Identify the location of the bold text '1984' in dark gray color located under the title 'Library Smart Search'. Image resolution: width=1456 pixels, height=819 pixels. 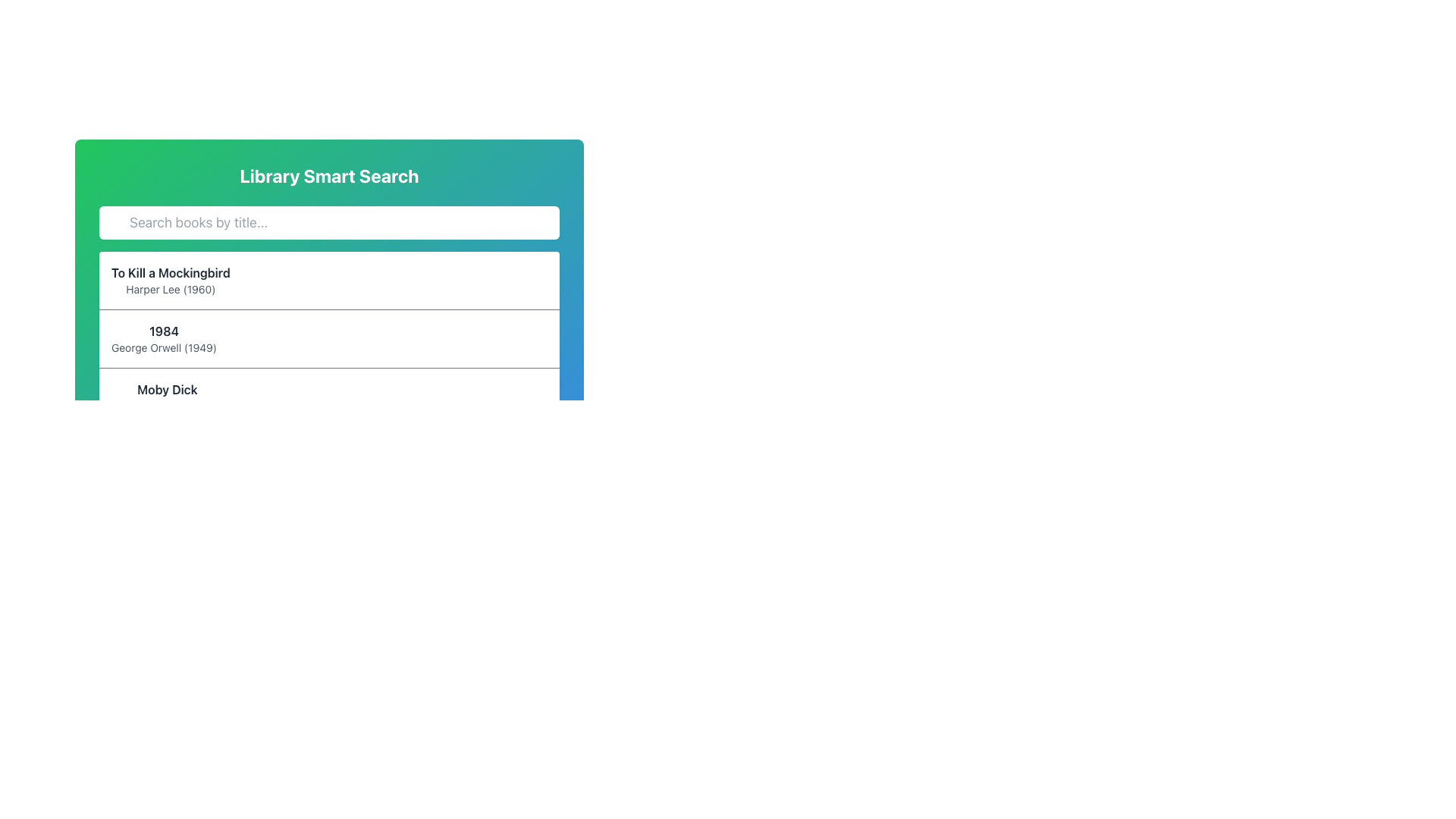
(164, 330).